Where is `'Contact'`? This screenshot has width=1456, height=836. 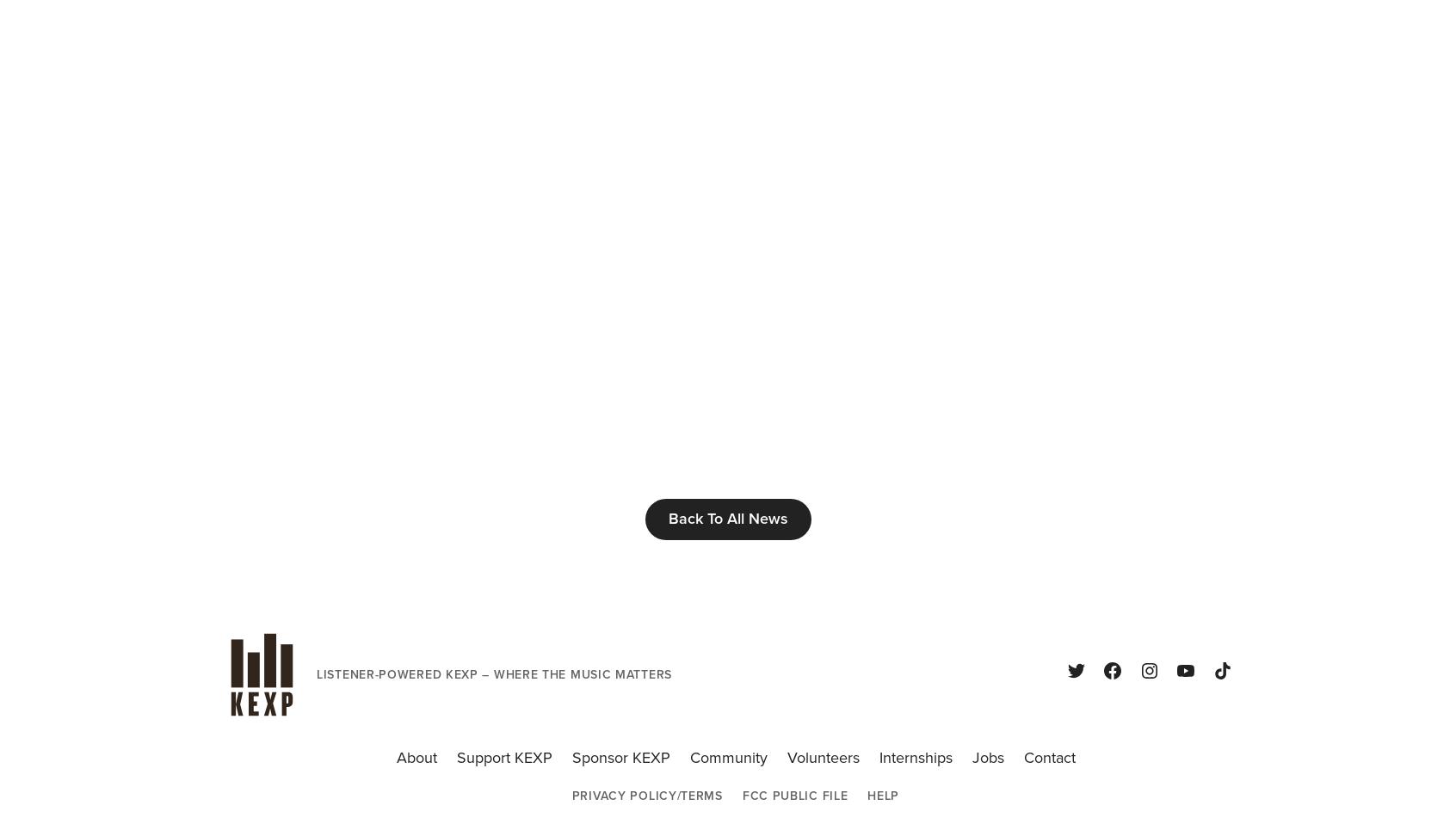
'Contact' is located at coordinates (1048, 758).